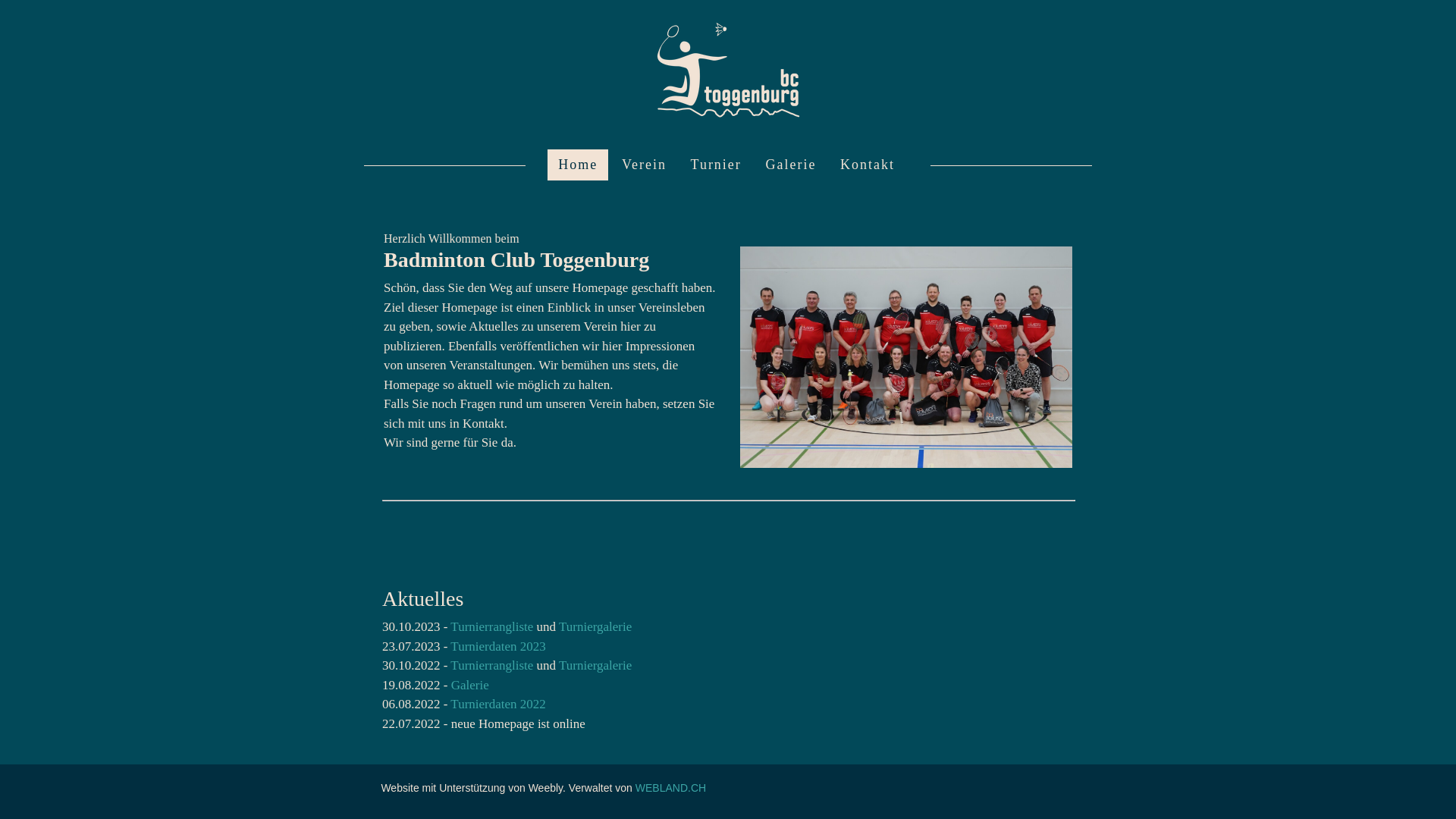  What do you see at coordinates (497, 646) in the screenshot?
I see `'Turnierdaten 2023'` at bounding box center [497, 646].